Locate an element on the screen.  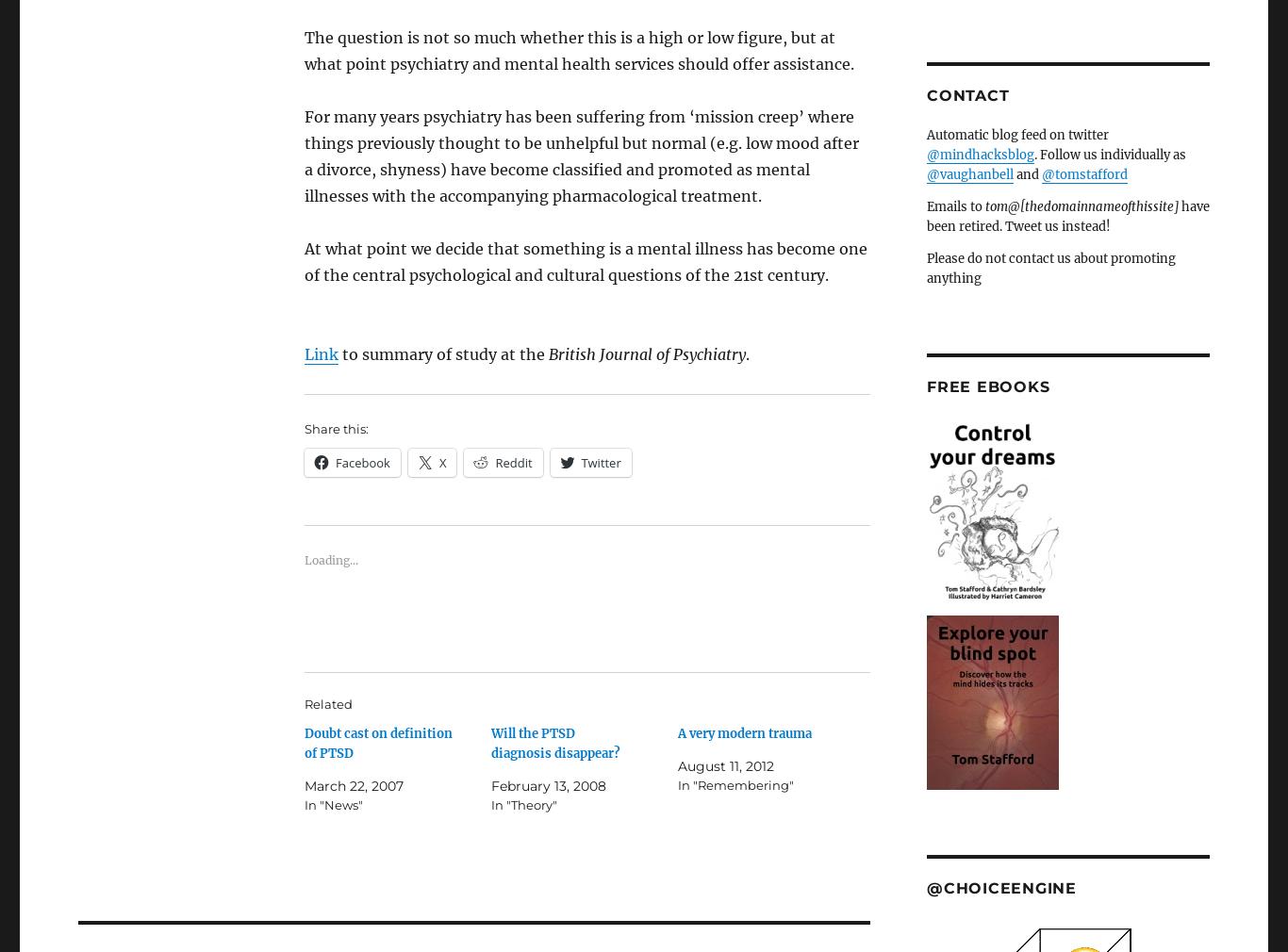
'British Journal of Psychiatry' is located at coordinates (647, 354).